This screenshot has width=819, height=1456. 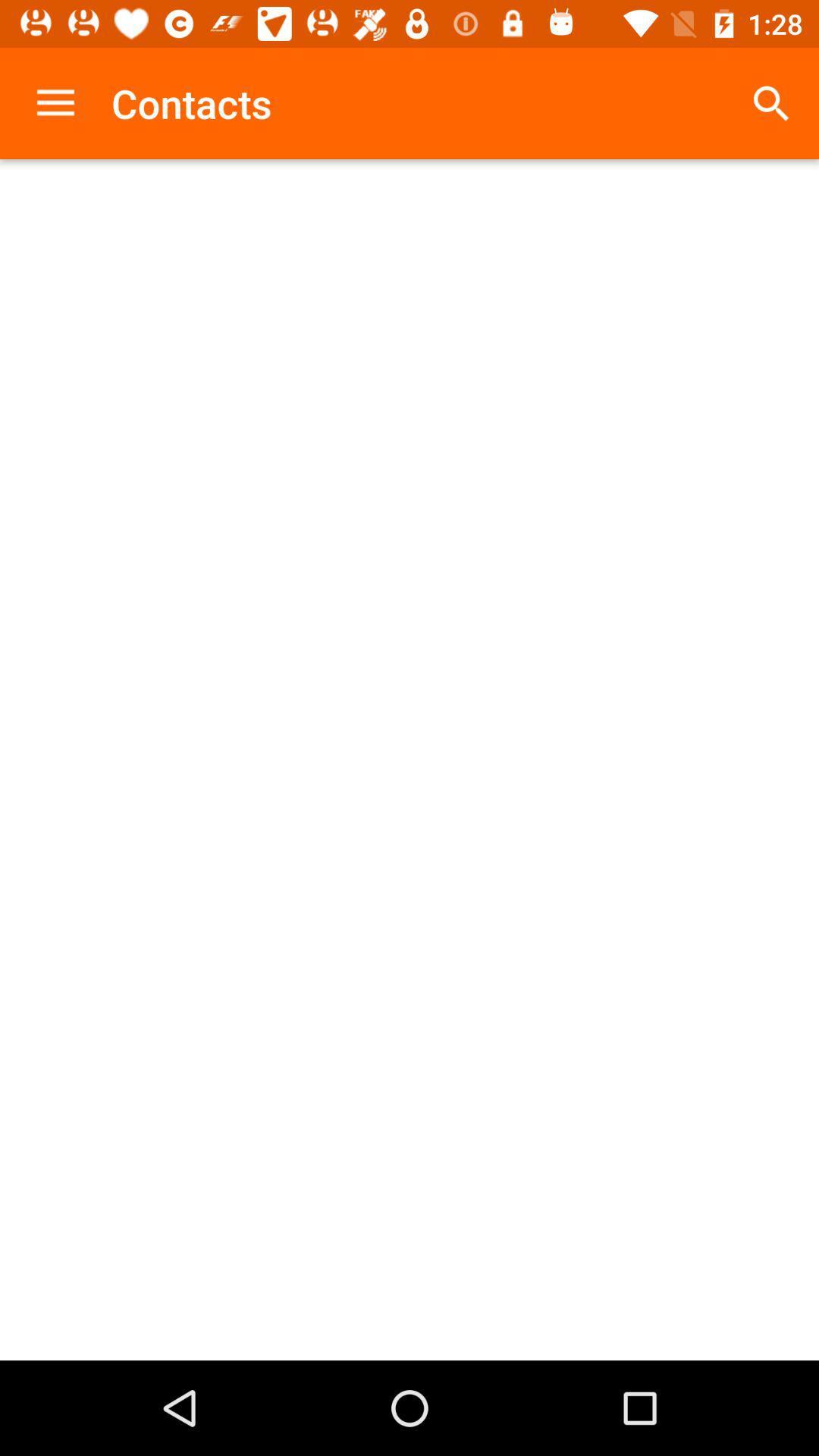 I want to click on the icon to the left of contacts, so click(x=55, y=102).